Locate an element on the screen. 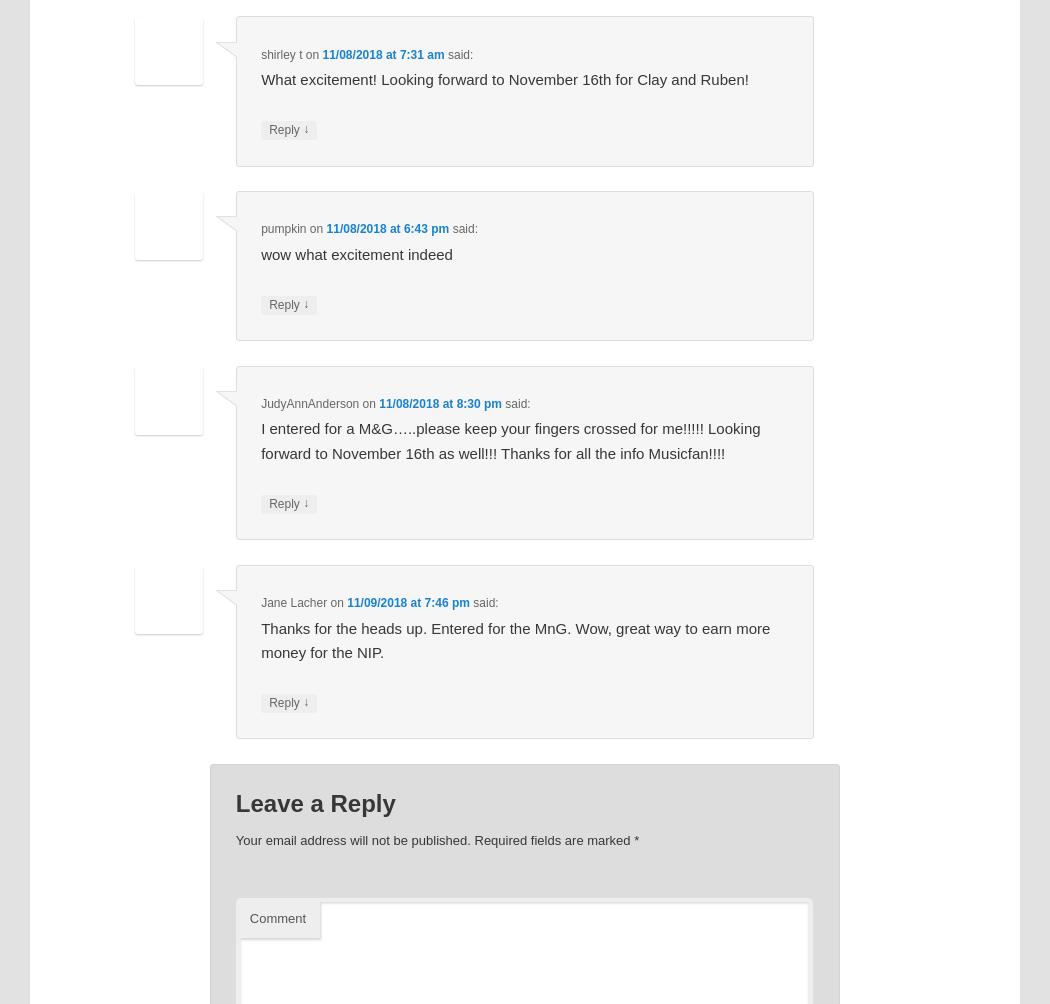 This screenshot has height=1004, width=1050. '11/08/2018 at 7:31 am' is located at coordinates (383, 54).